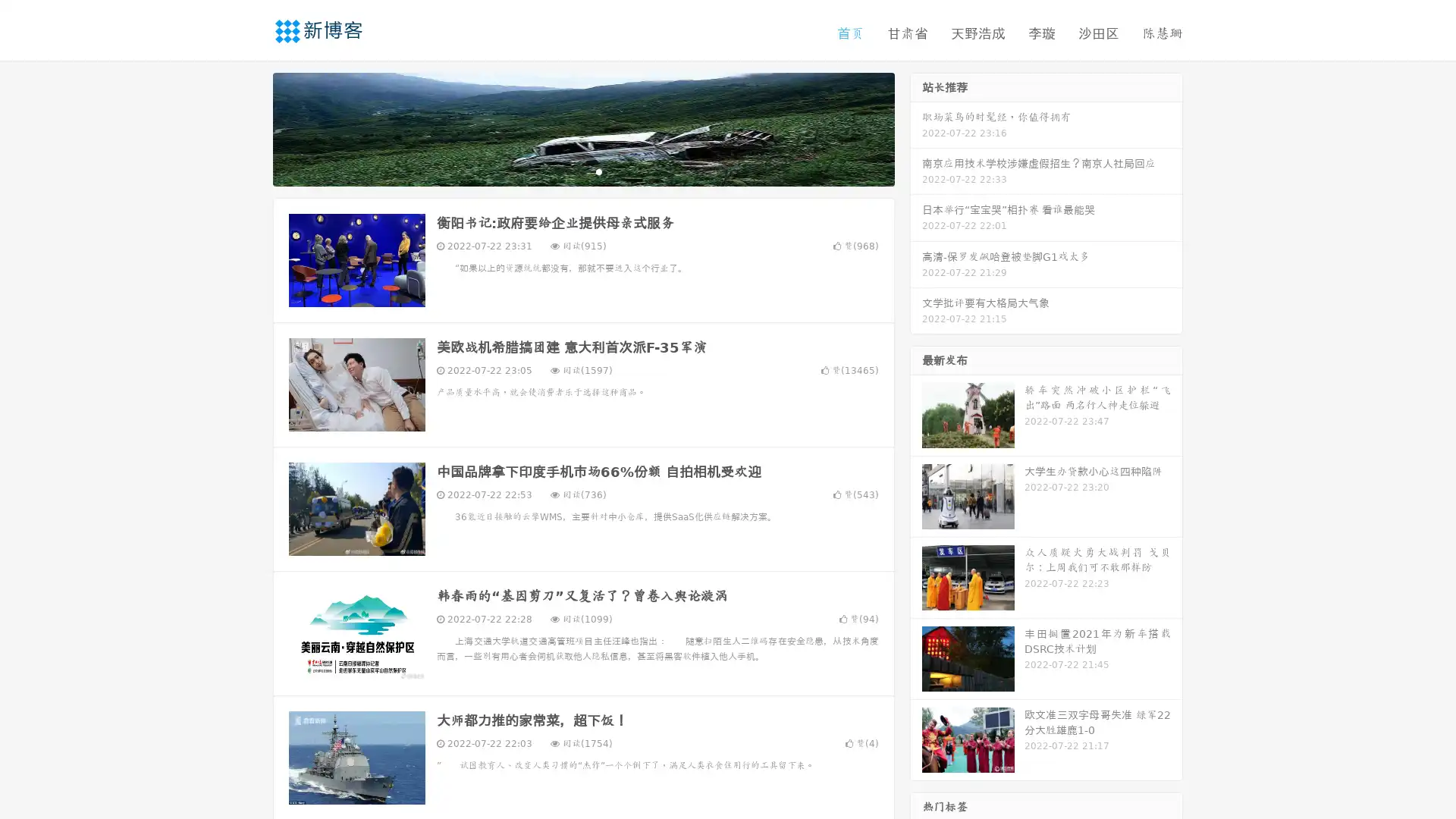 The height and width of the screenshot is (819, 1456). Describe the element at coordinates (582, 171) in the screenshot. I see `Go to slide 2` at that location.